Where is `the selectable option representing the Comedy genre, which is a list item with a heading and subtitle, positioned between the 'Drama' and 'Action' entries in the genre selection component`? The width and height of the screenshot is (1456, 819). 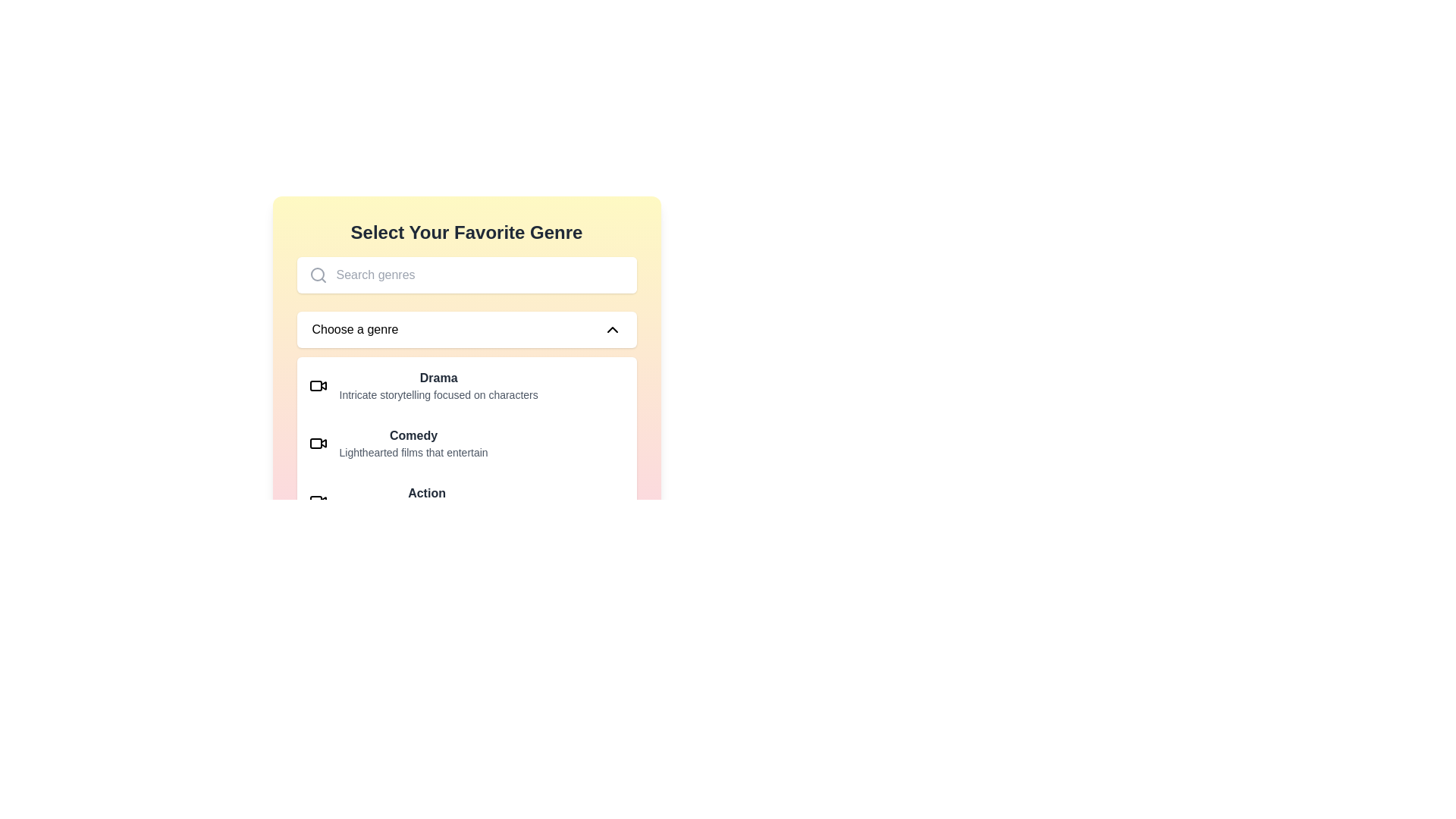 the selectable option representing the Comedy genre, which is a list item with a heading and subtitle, positioned between the 'Drama' and 'Action' entries in the genre selection component is located at coordinates (413, 444).